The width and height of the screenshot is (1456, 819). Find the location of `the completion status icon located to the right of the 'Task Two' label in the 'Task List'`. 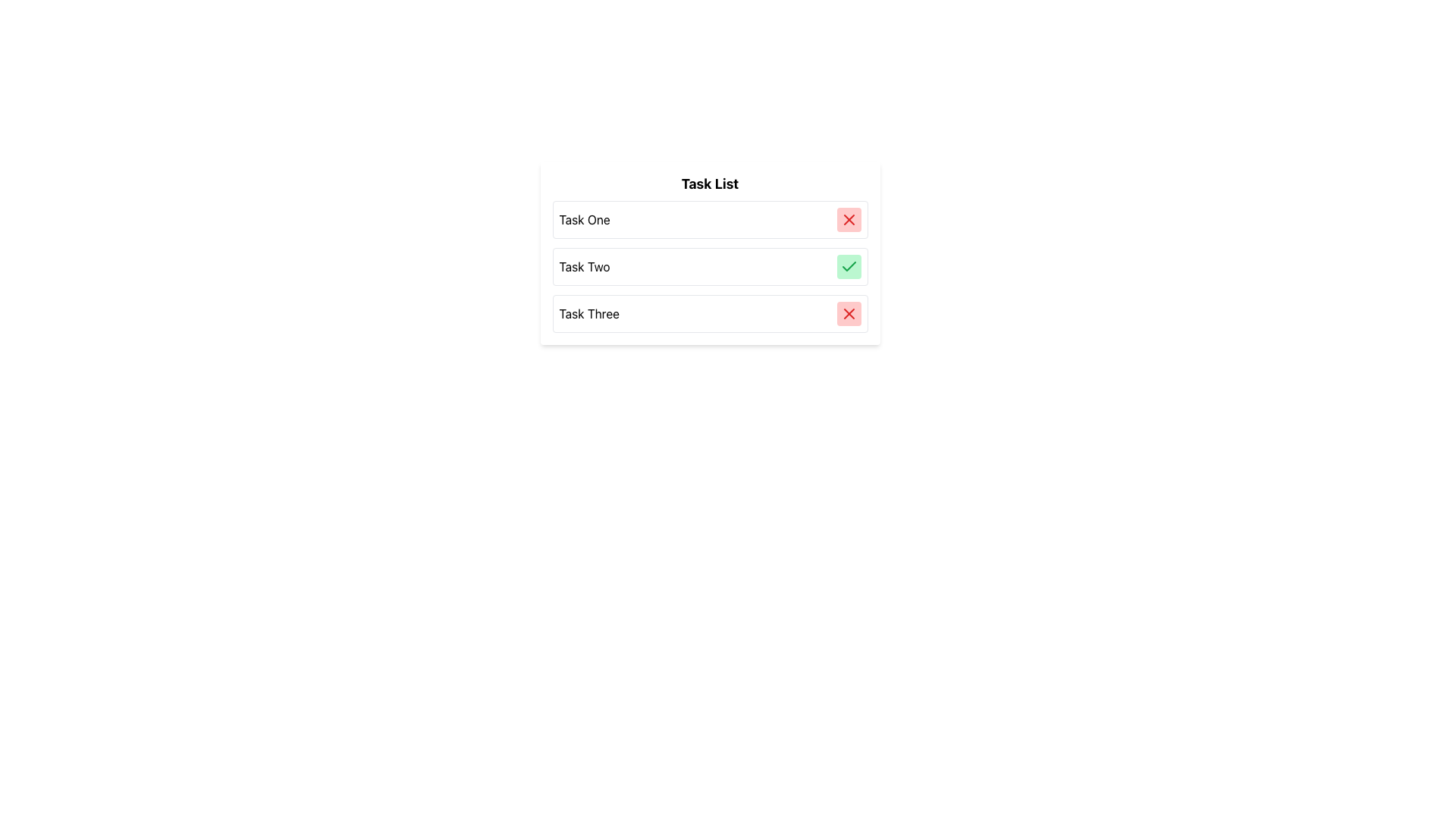

the completion status icon located to the right of the 'Task Two' label in the 'Task List' is located at coordinates (848, 265).